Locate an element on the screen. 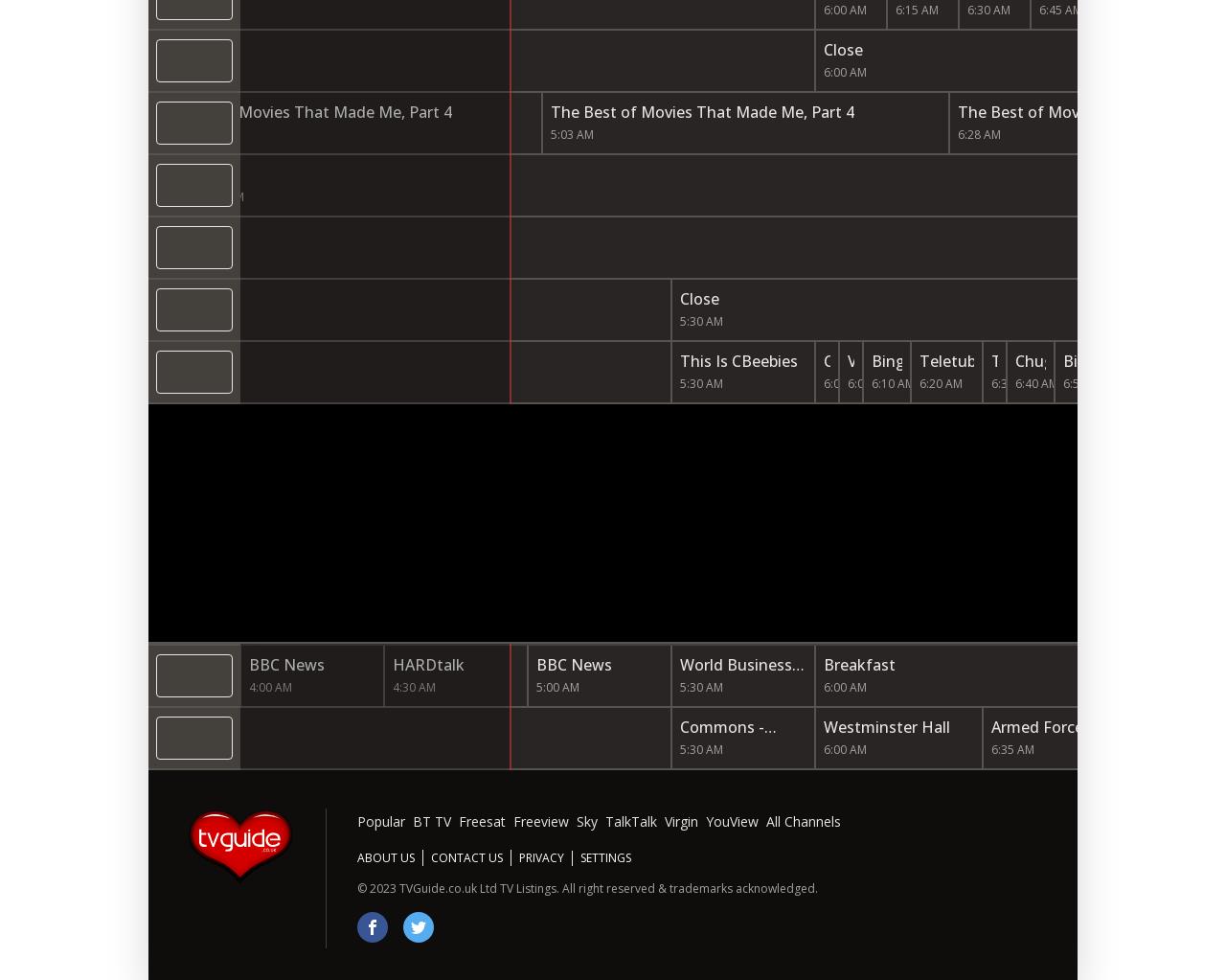  '5:00 AM' is located at coordinates (556, 687).